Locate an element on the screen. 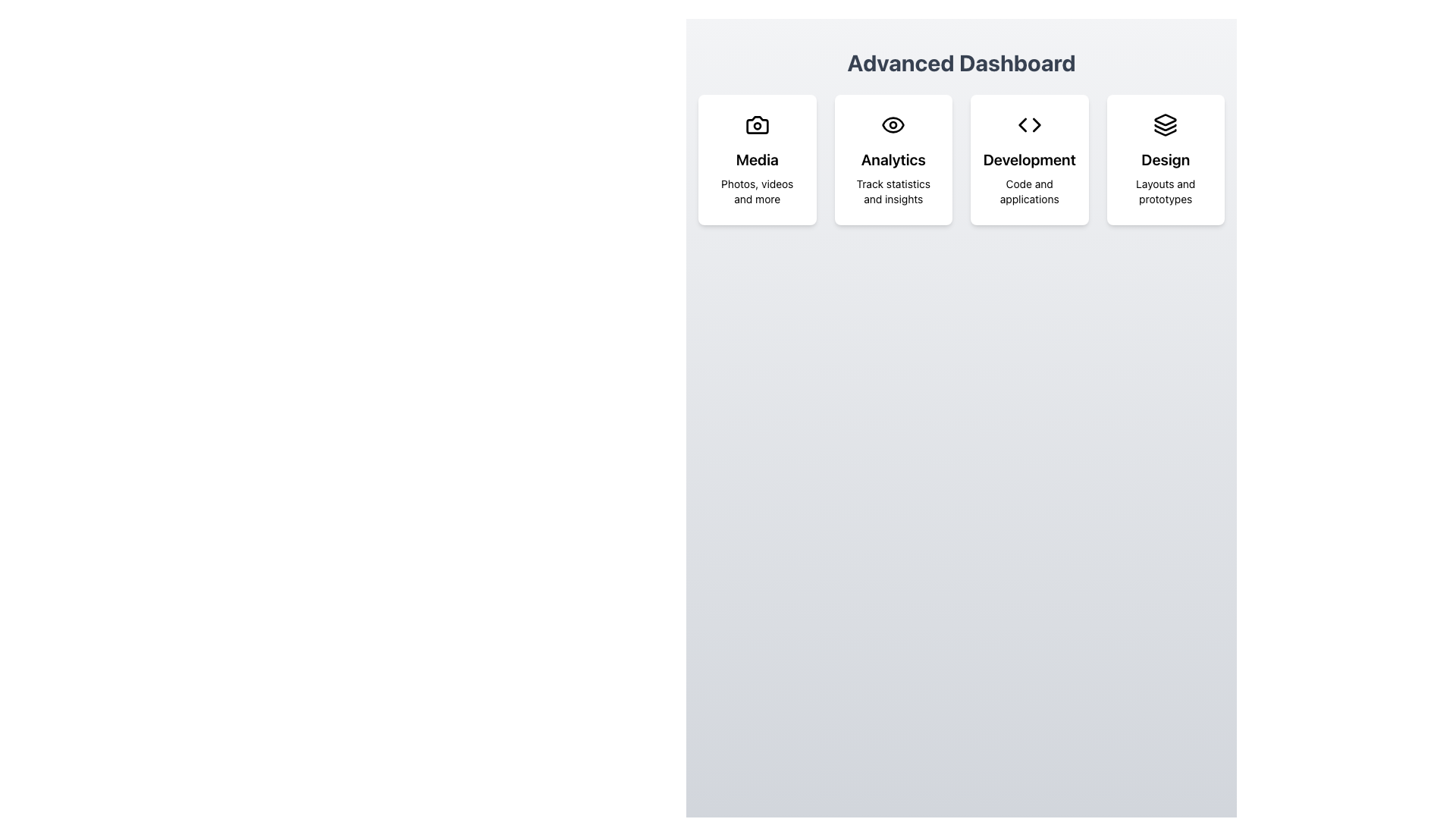 This screenshot has height=819, width=1456. the 'Layering' SVG graphic icon located near the upper-right corner of the dashboard, just above the 'Design' text is located at coordinates (1165, 119).